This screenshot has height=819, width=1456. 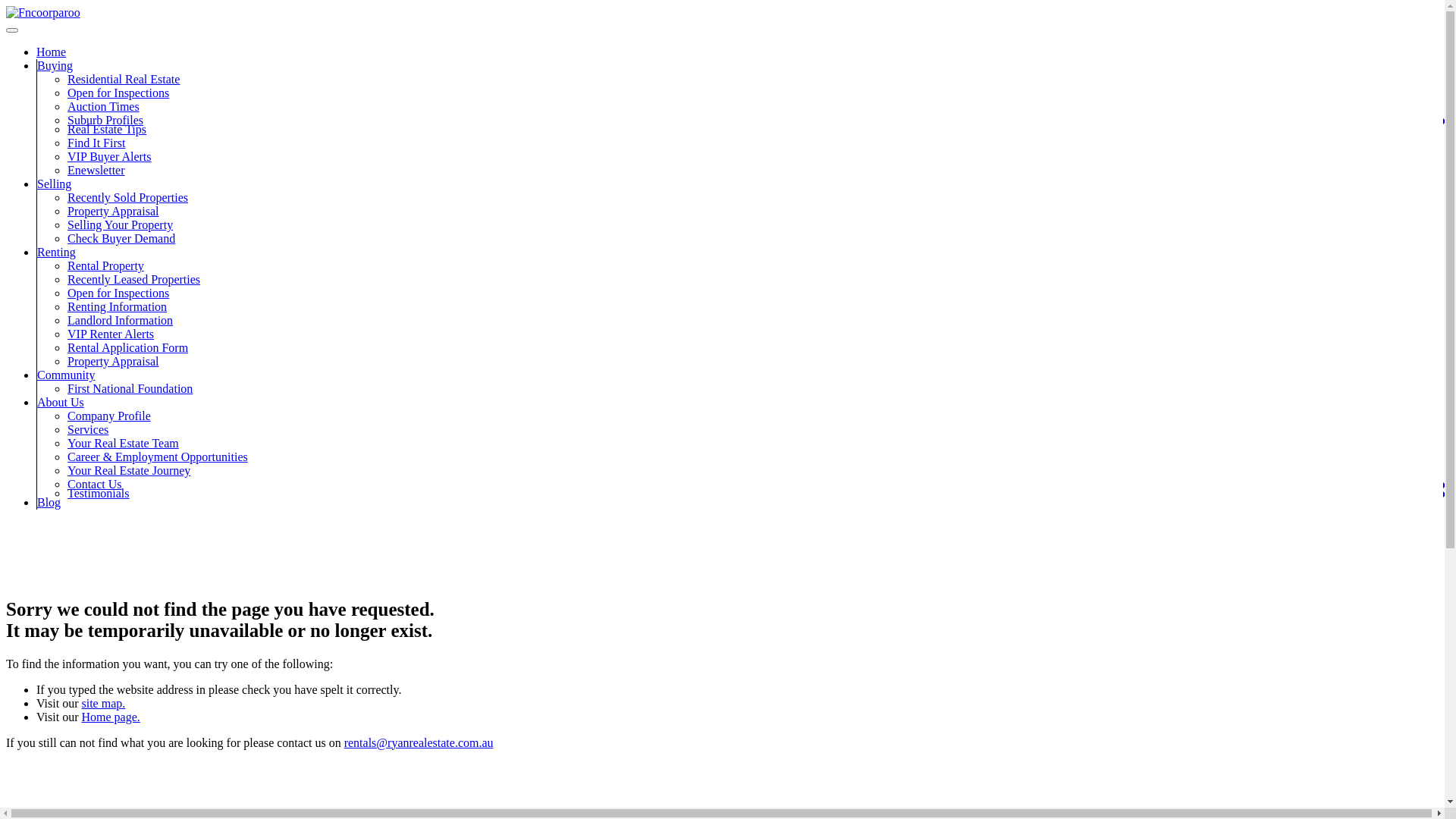 What do you see at coordinates (95, 170) in the screenshot?
I see `'Enewsletter'` at bounding box center [95, 170].